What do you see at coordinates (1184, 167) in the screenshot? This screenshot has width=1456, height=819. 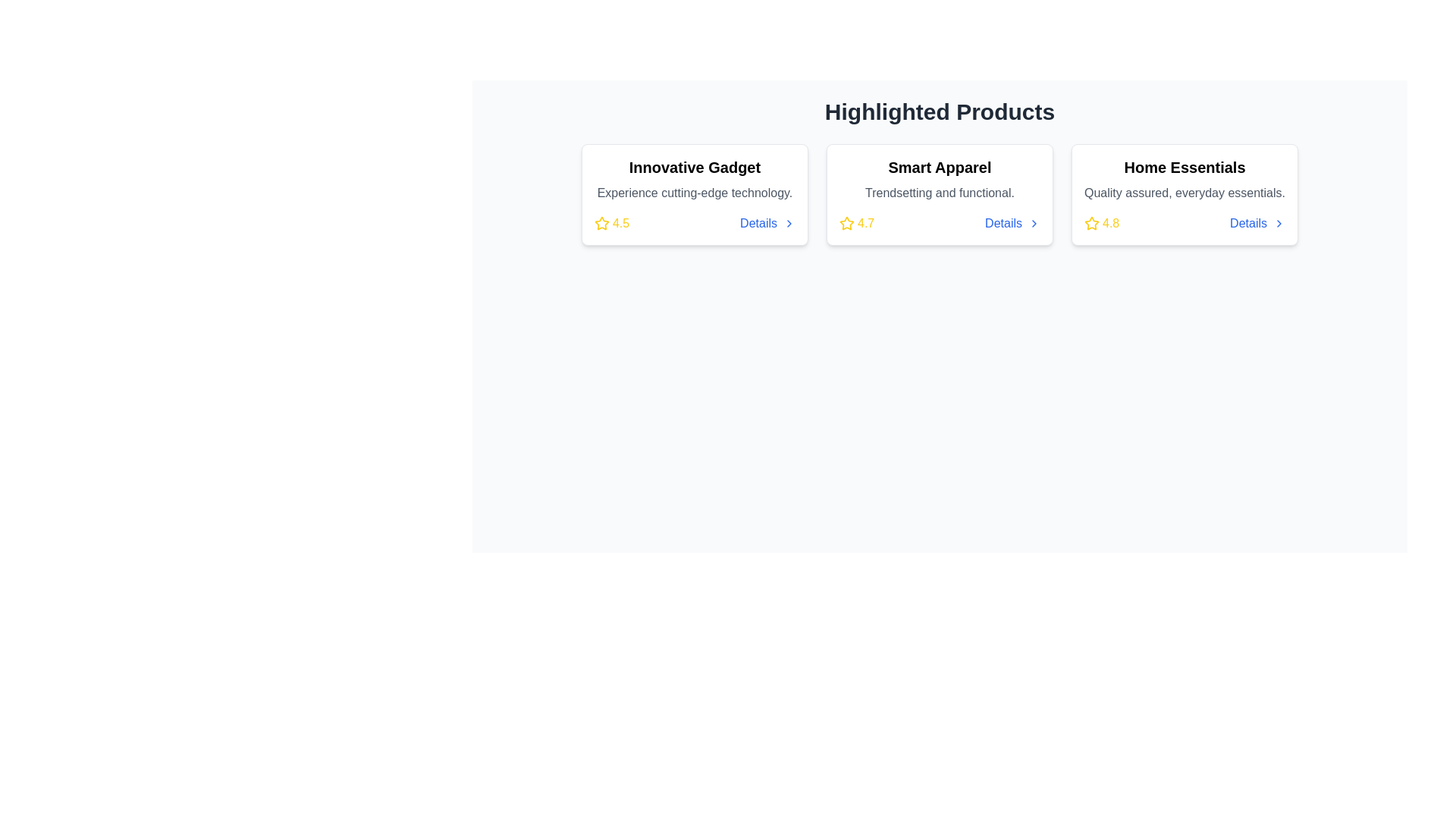 I see `text label that displays 'Home Essentials' in bold at the top of the third card in a horizontally aligned group of product cards` at bounding box center [1184, 167].